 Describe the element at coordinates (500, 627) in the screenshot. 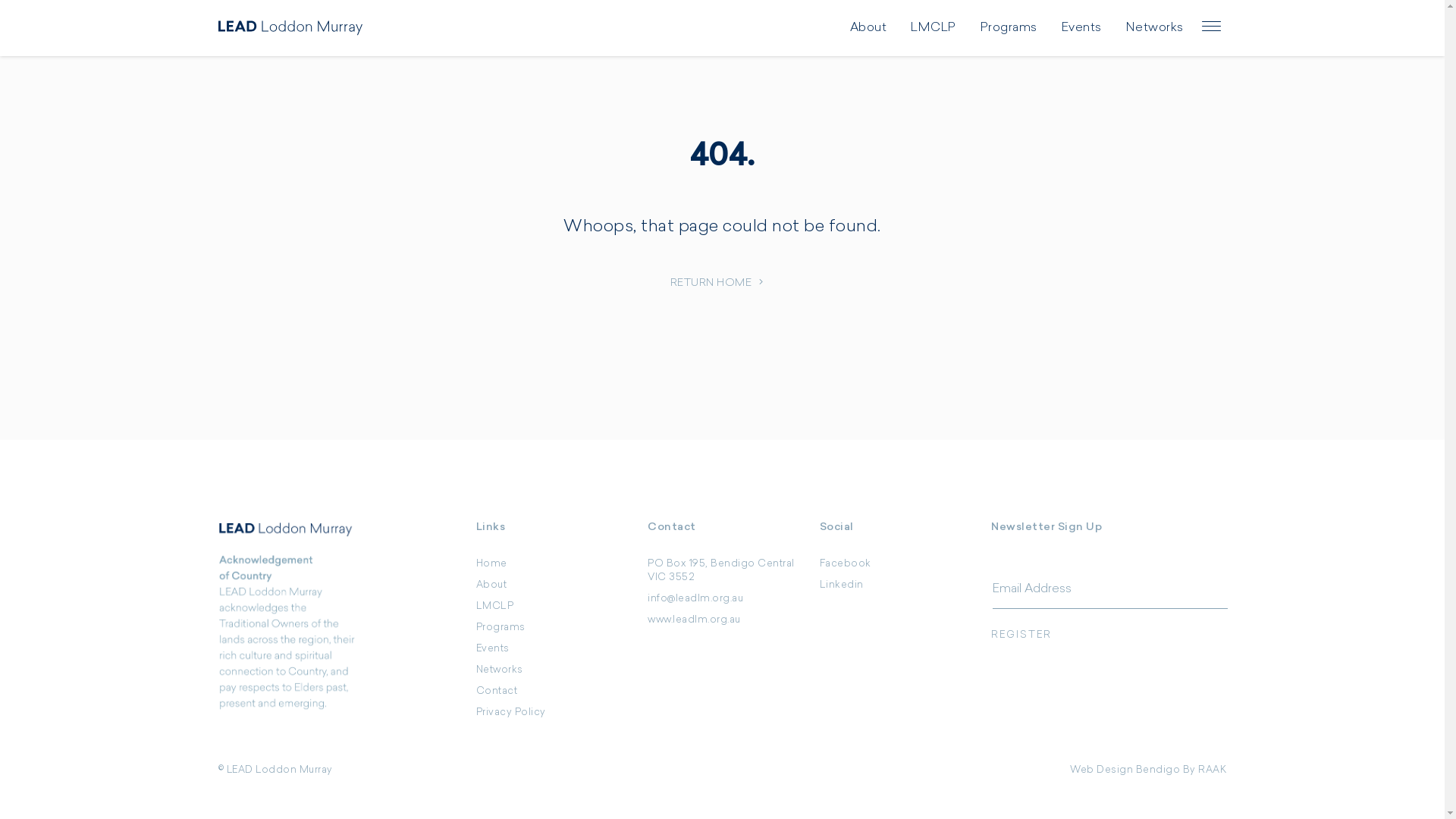

I see `'Programs'` at that location.